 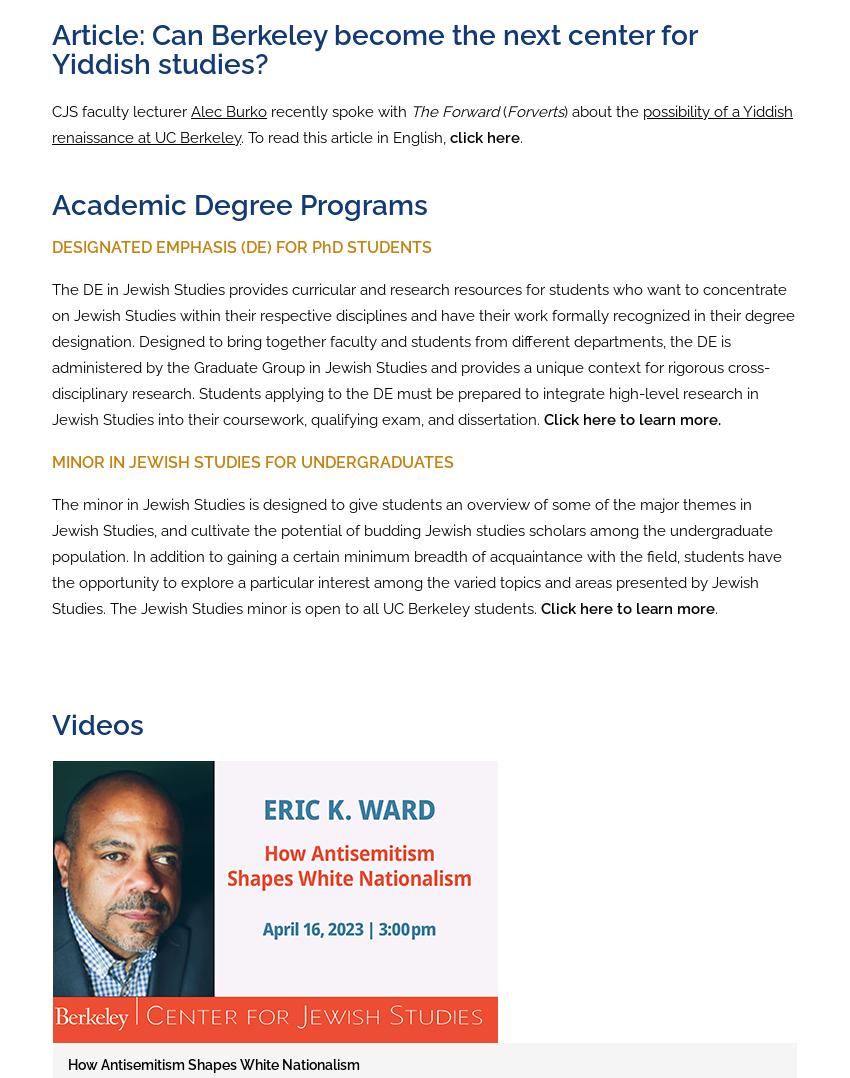 What do you see at coordinates (52, 723) in the screenshot?
I see `'Videos'` at bounding box center [52, 723].